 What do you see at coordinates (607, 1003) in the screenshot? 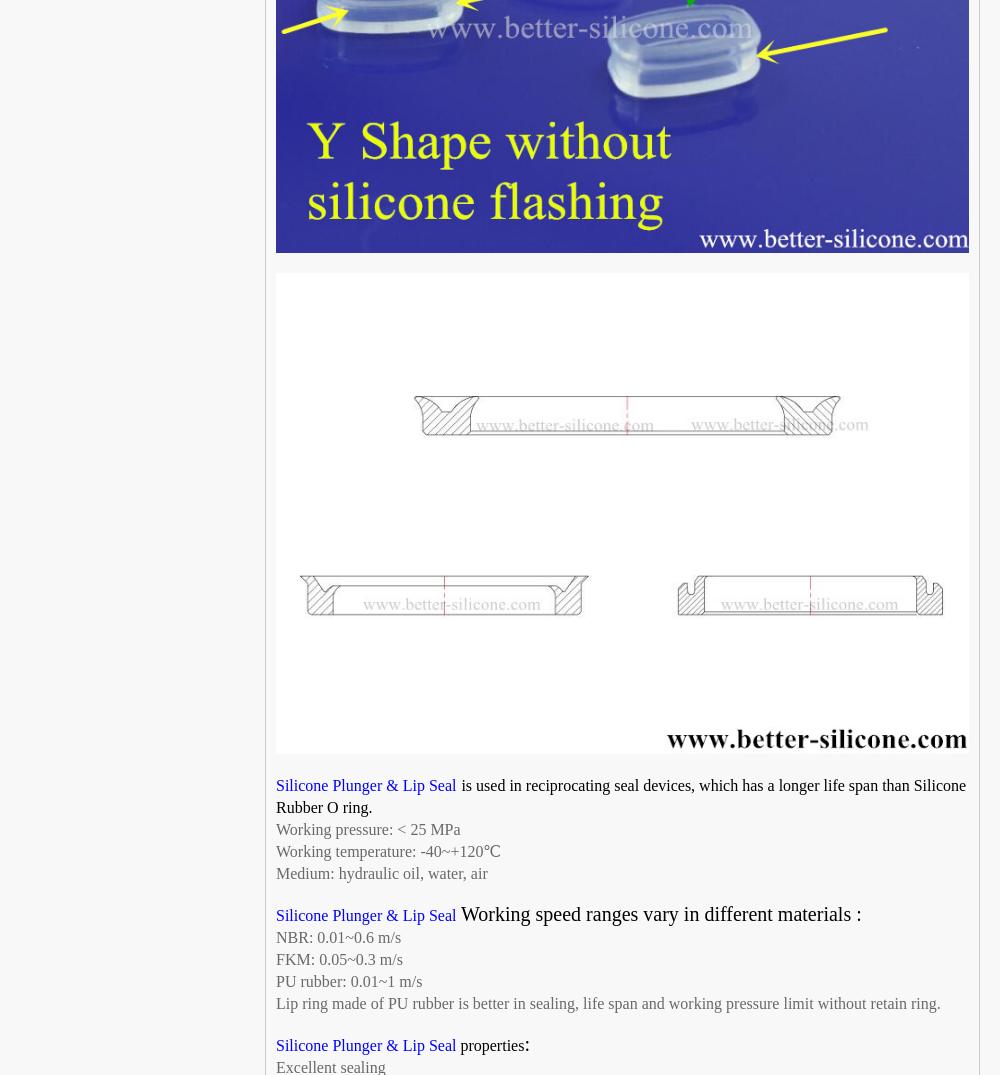
I see `'Lip ring made of PU rubber is better in sealing, life span and working pressure limit without retain ring.'` at bounding box center [607, 1003].